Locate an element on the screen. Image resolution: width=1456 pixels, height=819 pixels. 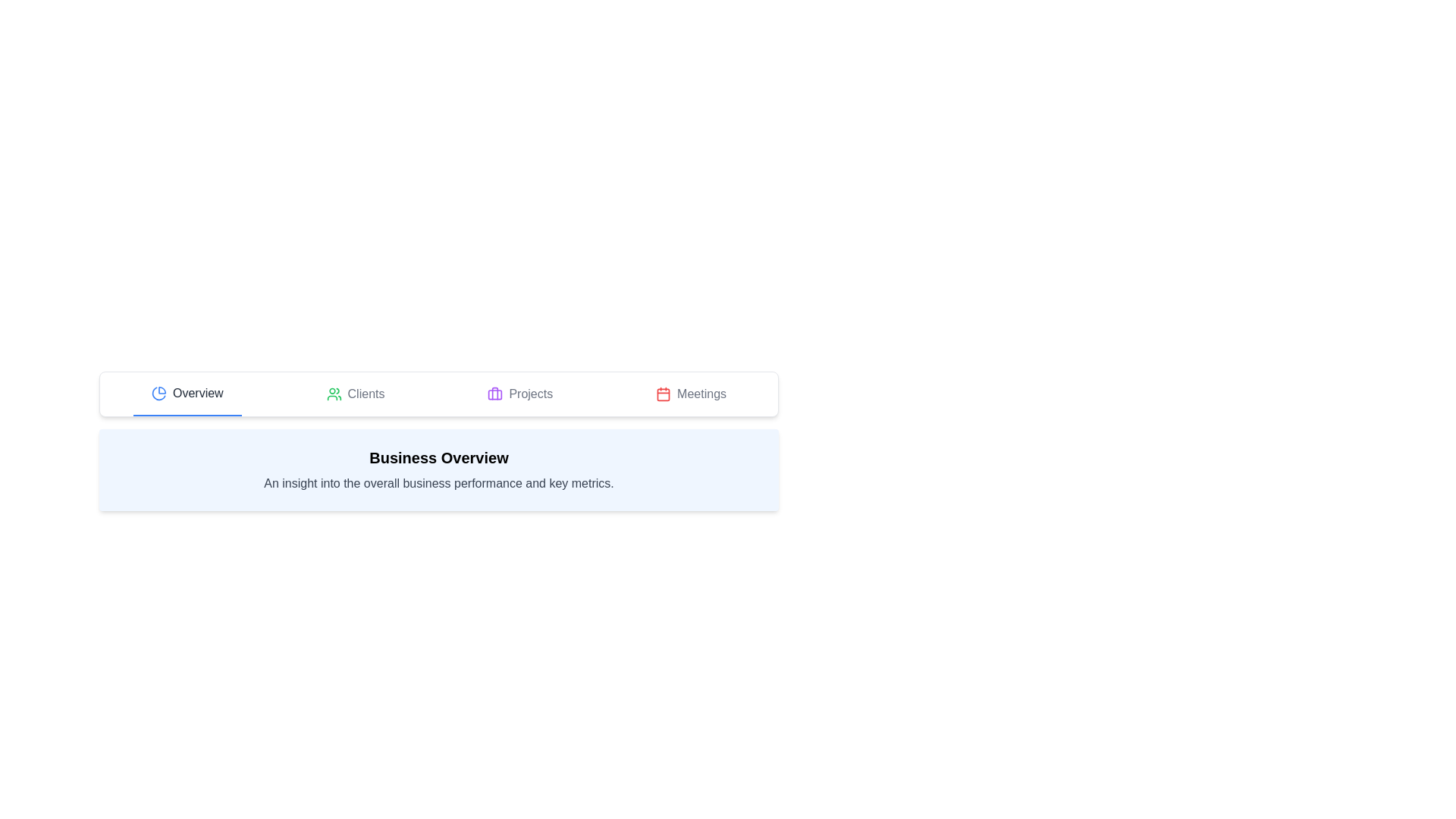
the 'Clients' tab icon, which serves as an indicator for visual identification in the navigation bar is located at coordinates (333, 394).